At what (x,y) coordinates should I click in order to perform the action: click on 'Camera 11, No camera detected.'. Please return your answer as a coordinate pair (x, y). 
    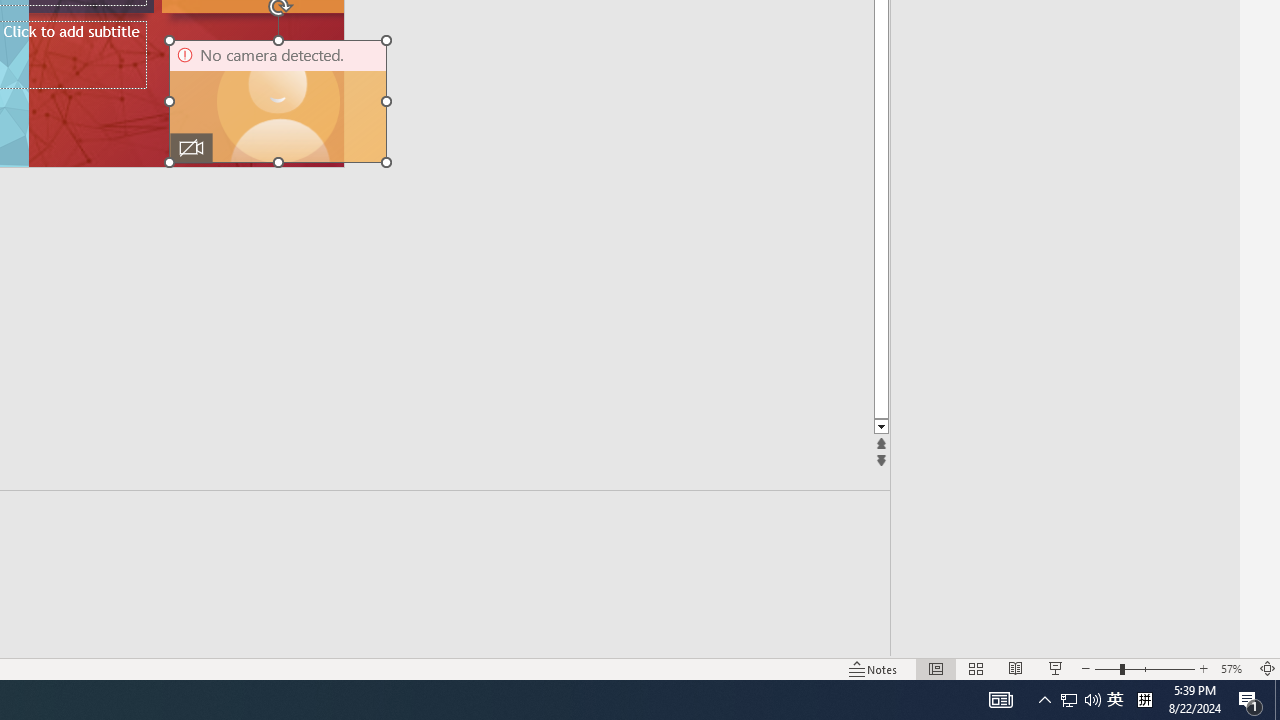
    Looking at the image, I should click on (277, 101).